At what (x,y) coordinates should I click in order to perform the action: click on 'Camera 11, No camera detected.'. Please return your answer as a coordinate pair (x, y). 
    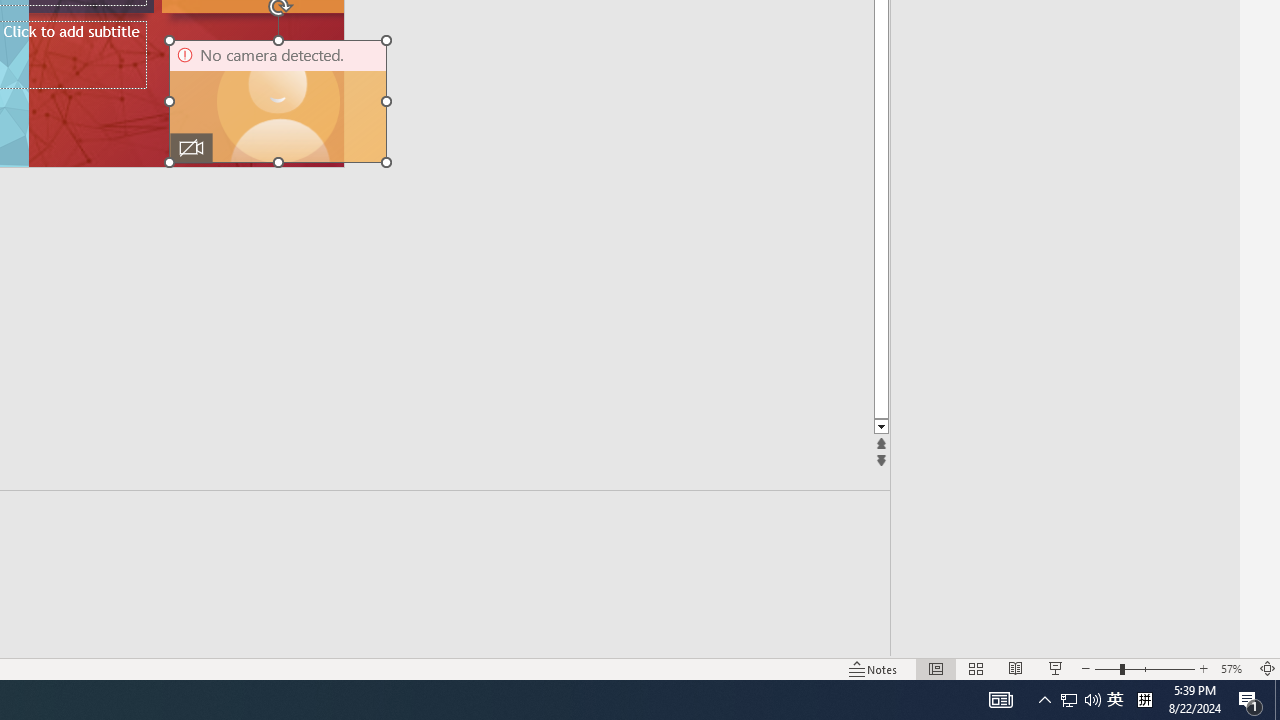
    Looking at the image, I should click on (277, 101).